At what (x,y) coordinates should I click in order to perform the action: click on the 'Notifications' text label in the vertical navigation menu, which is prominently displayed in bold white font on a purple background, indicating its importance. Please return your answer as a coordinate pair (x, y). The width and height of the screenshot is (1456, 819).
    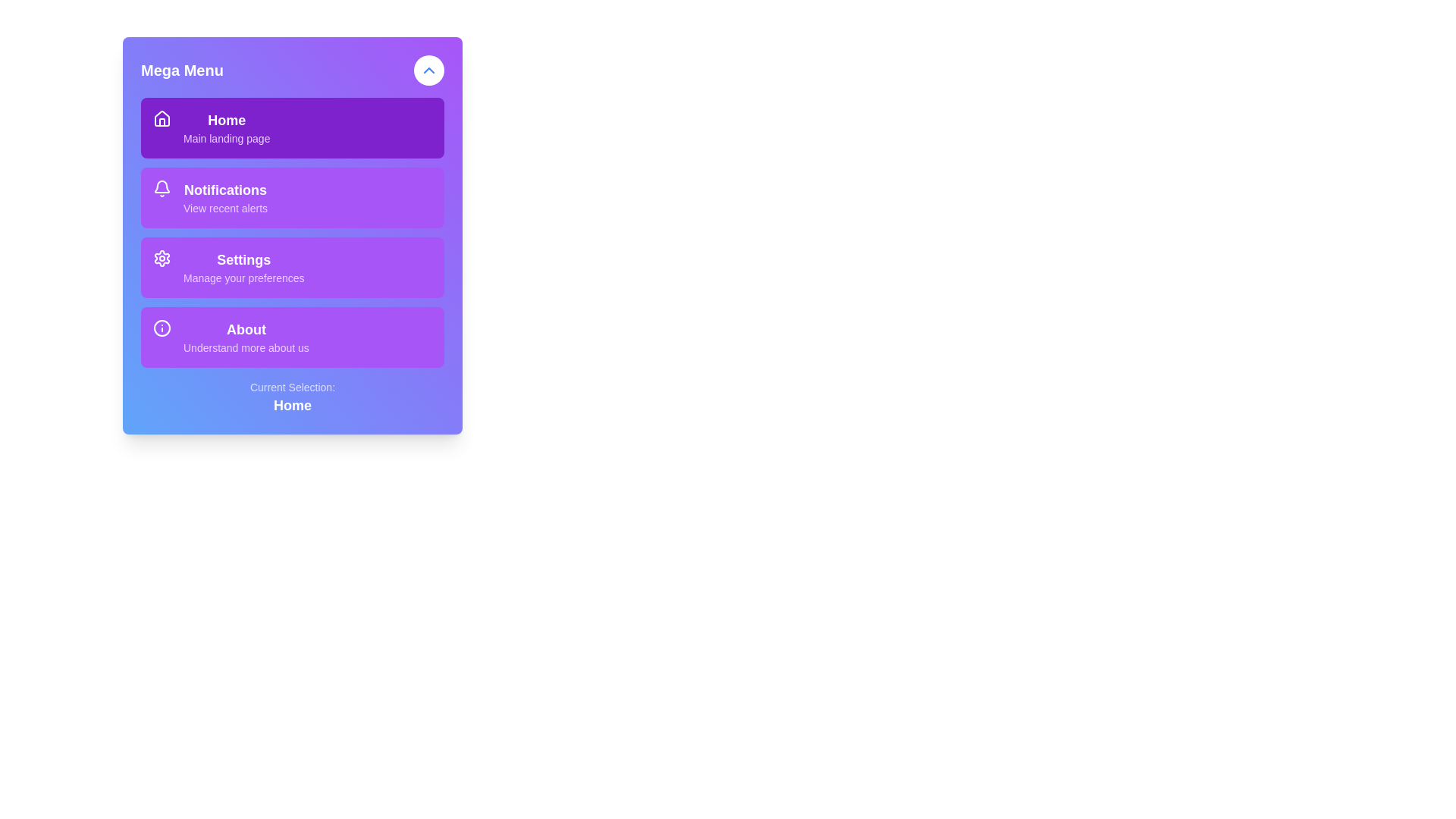
    Looking at the image, I should click on (224, 189).